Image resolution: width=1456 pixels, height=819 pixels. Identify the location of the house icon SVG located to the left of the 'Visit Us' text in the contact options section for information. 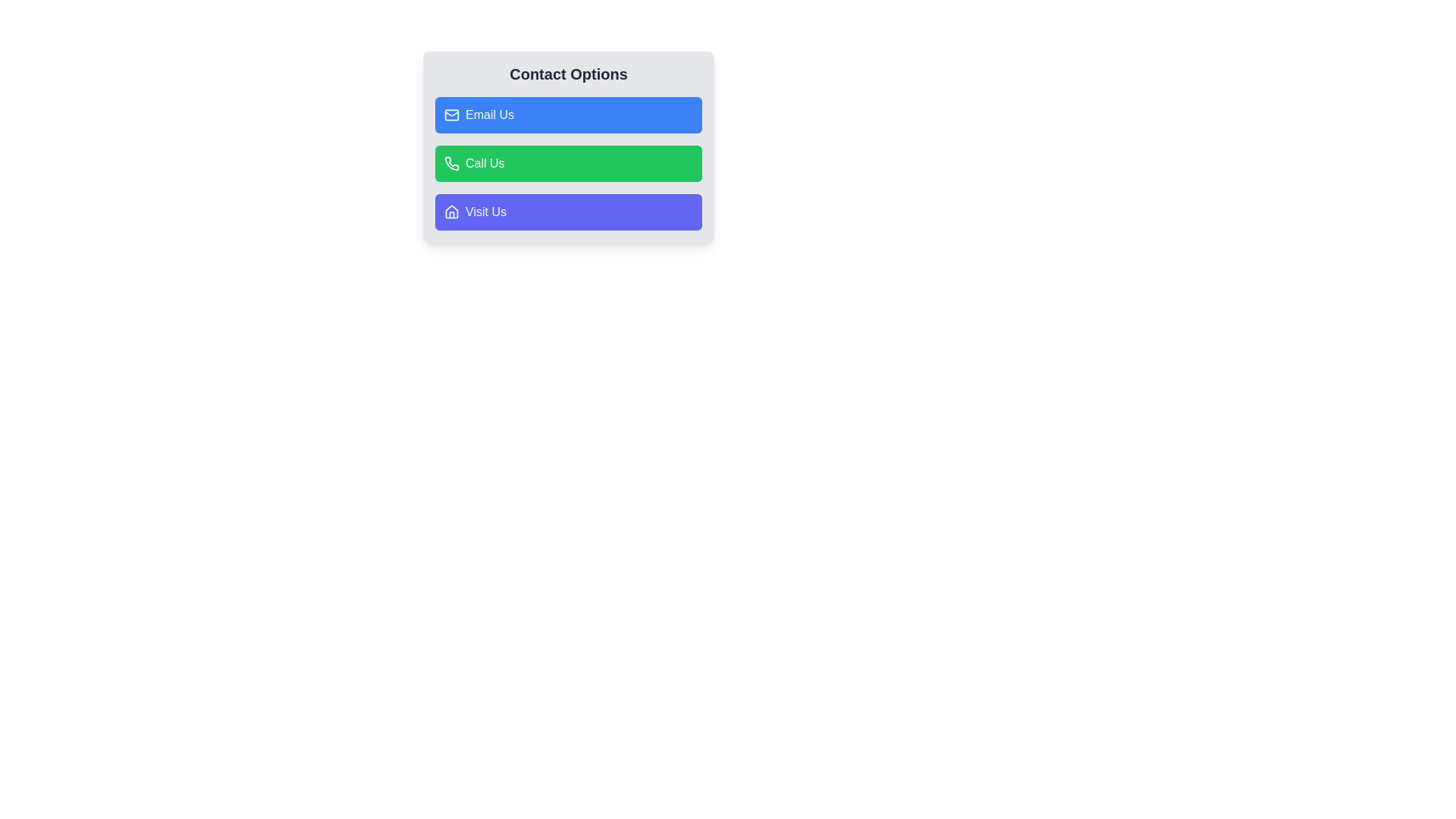
(450, 212).